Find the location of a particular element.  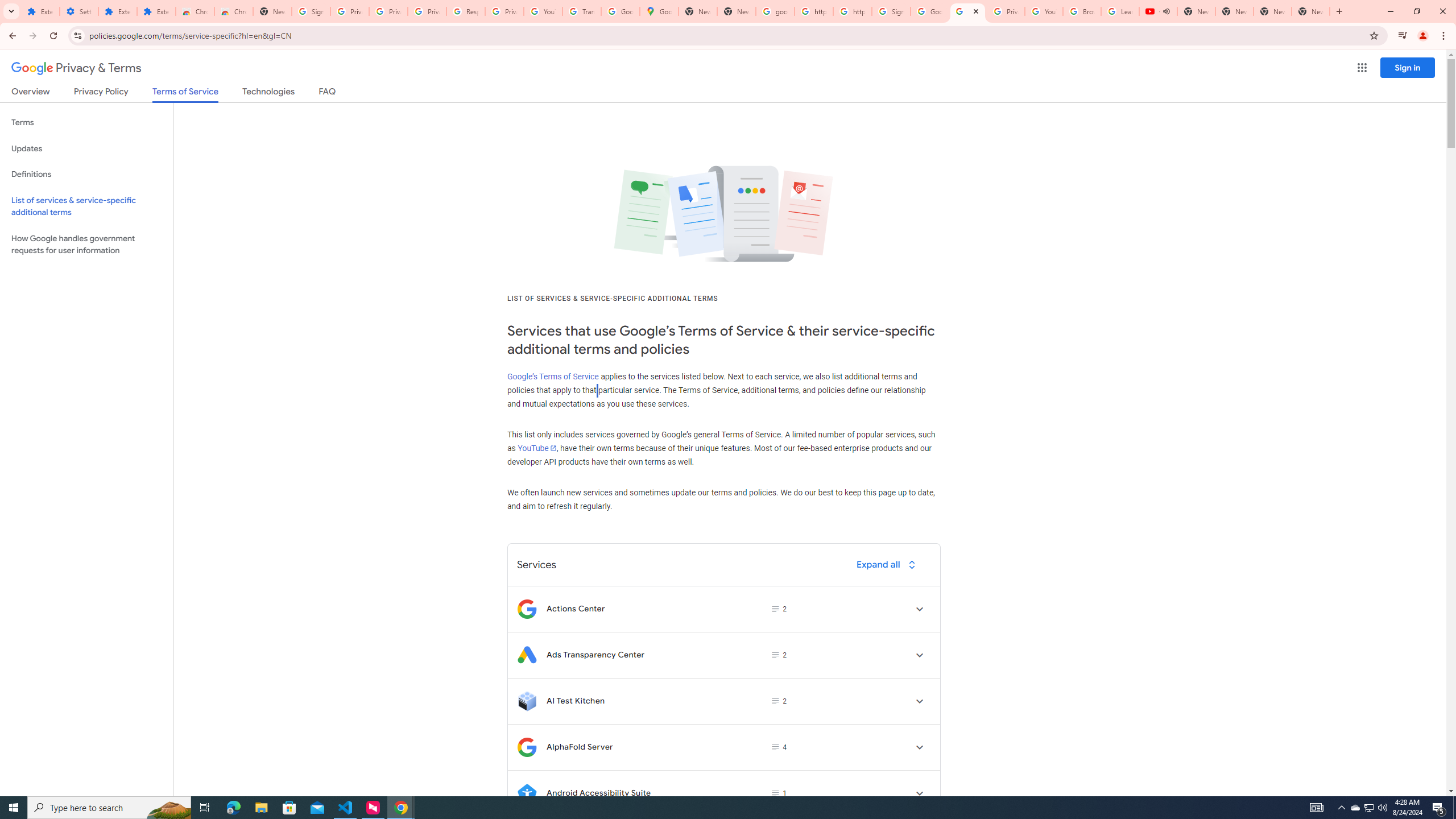

'Logo for AI Test Kitchen' is located at coordinates (526, 701).